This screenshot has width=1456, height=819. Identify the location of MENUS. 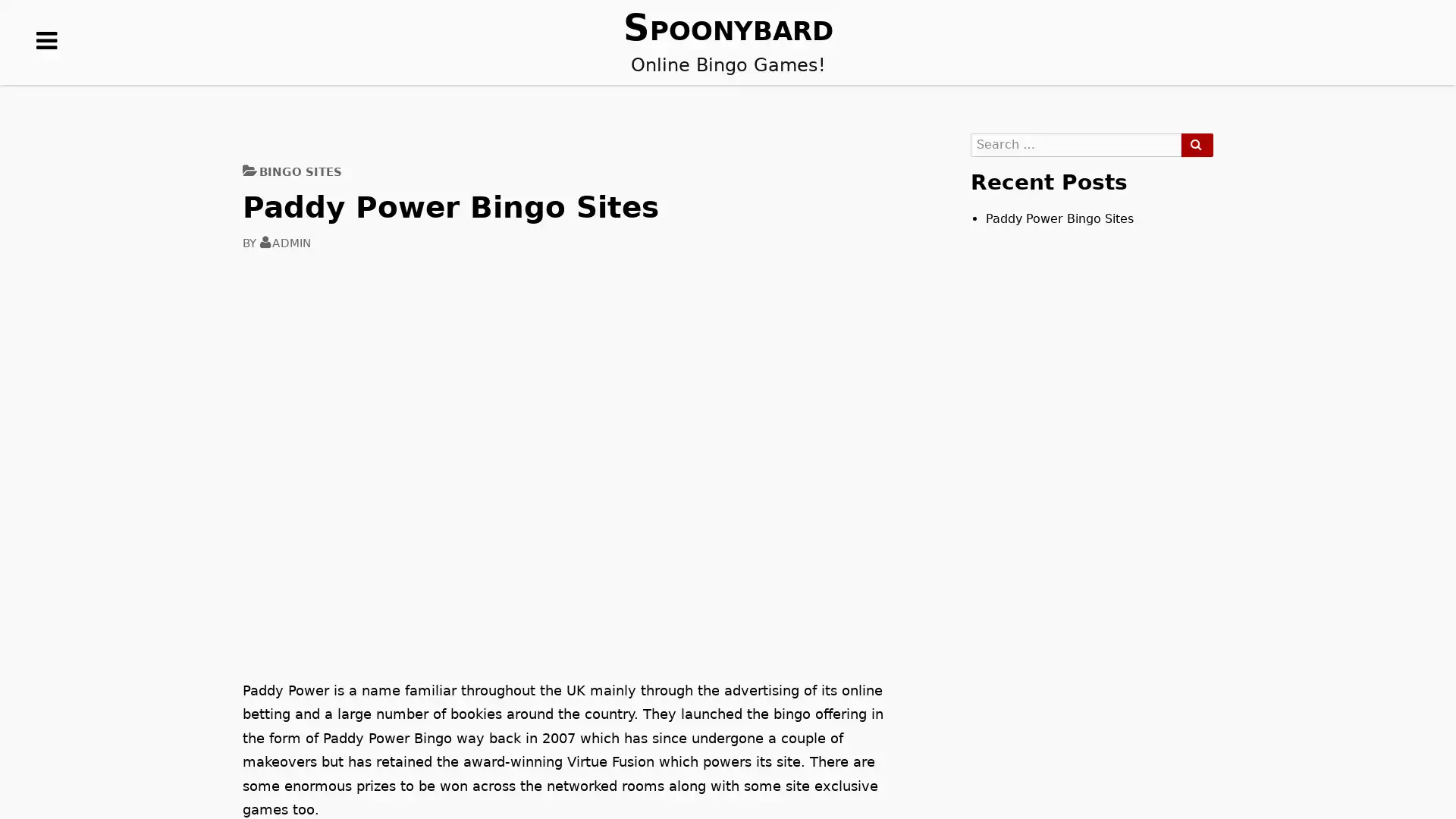
(47, 64).